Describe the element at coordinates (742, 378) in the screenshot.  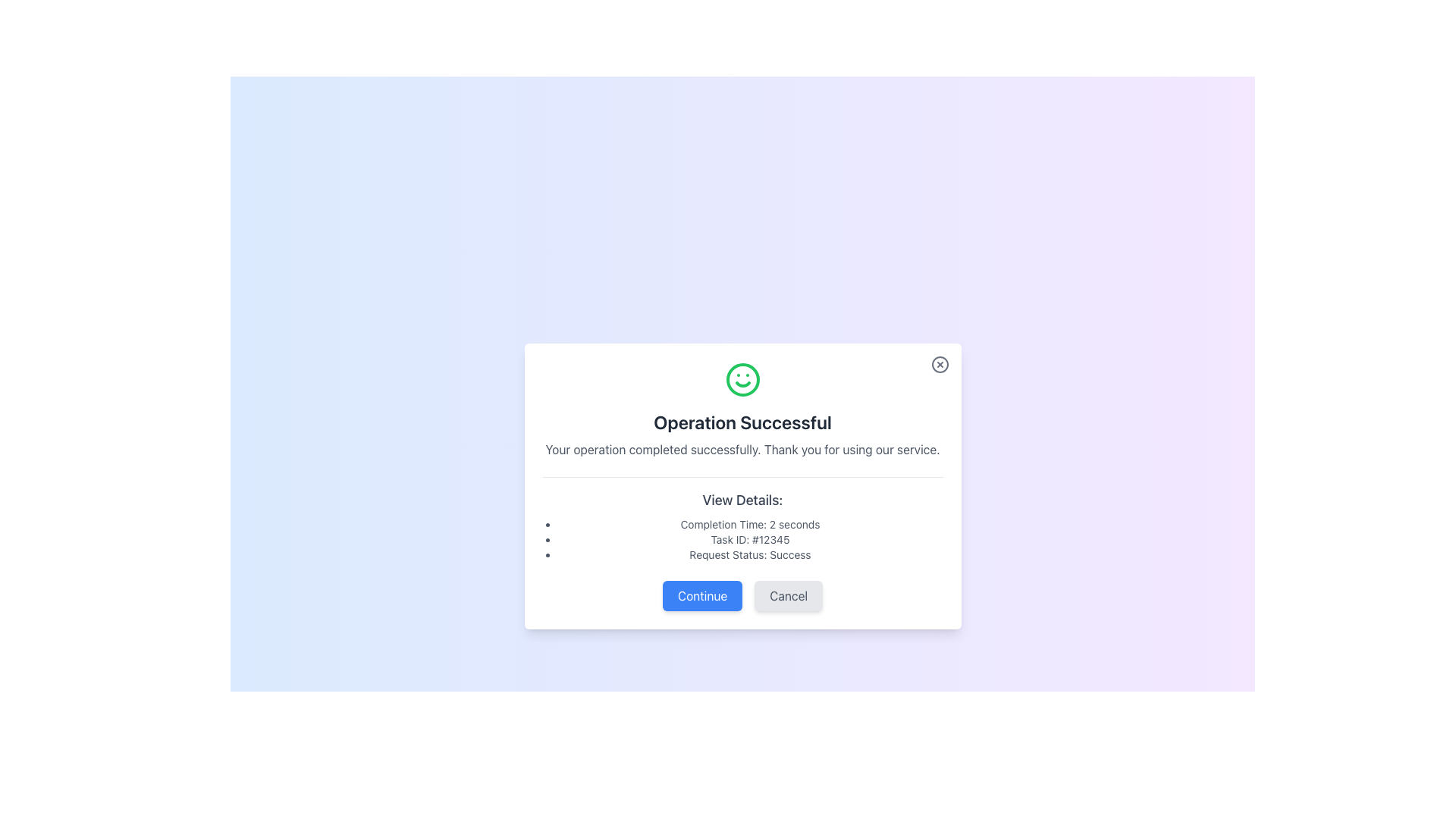
I see `the green circular element in the center of the smiling face icon within the confirmation popup dialog box` at that location.